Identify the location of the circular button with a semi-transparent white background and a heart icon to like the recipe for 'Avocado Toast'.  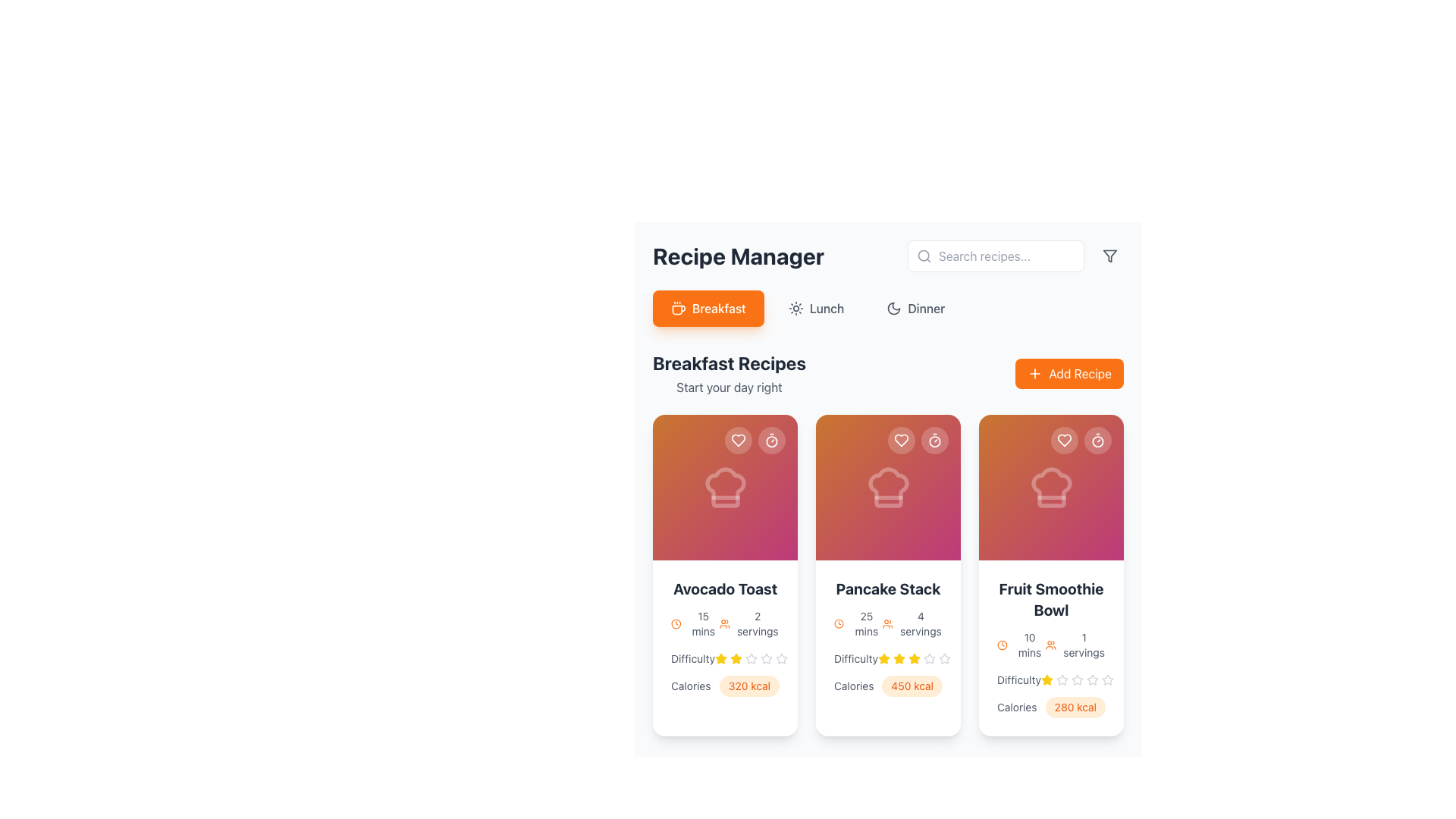
(739, 441).